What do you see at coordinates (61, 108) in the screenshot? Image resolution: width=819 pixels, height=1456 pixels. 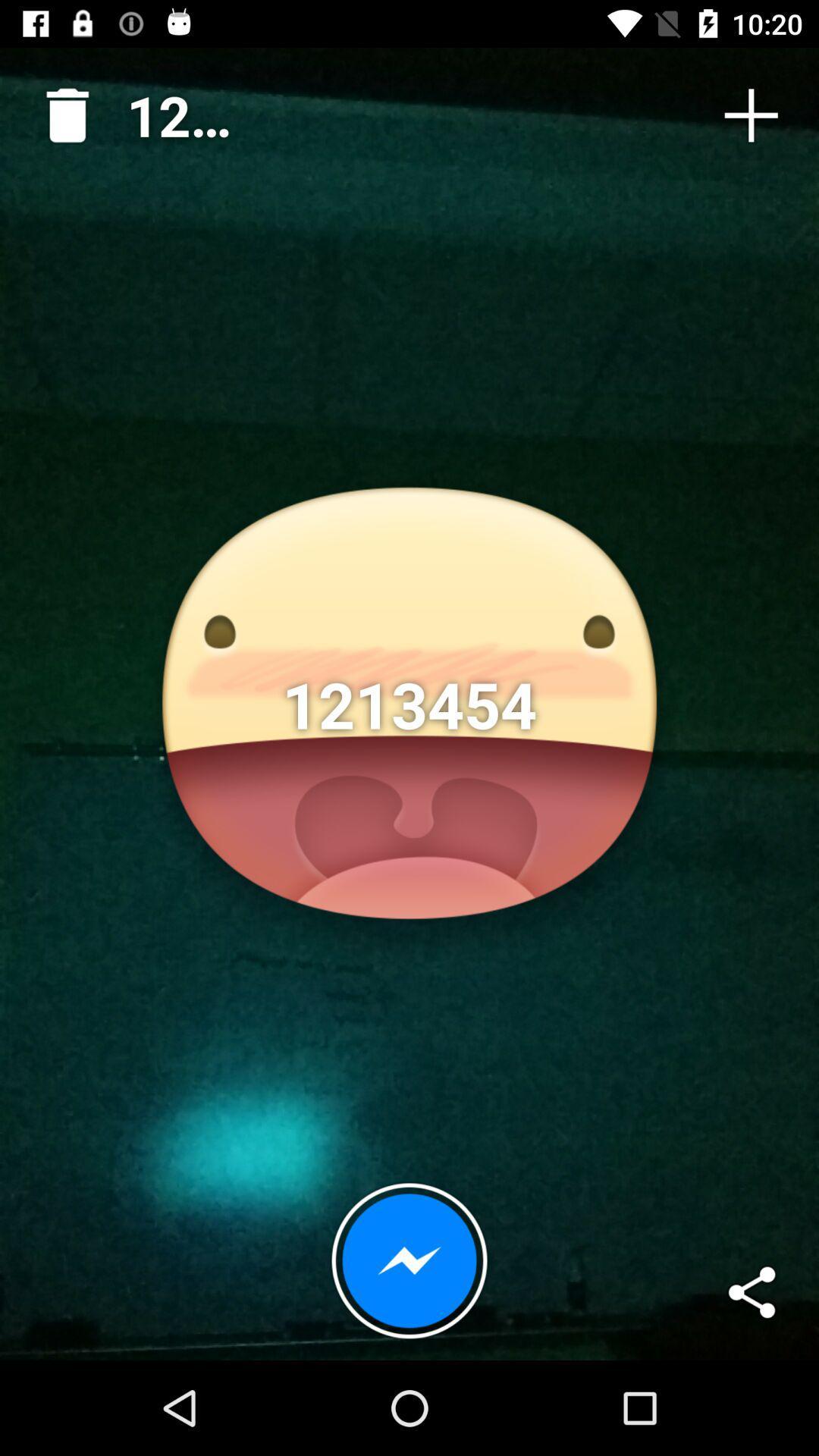 I see `the delete icon` at bounding box center [61, 108].